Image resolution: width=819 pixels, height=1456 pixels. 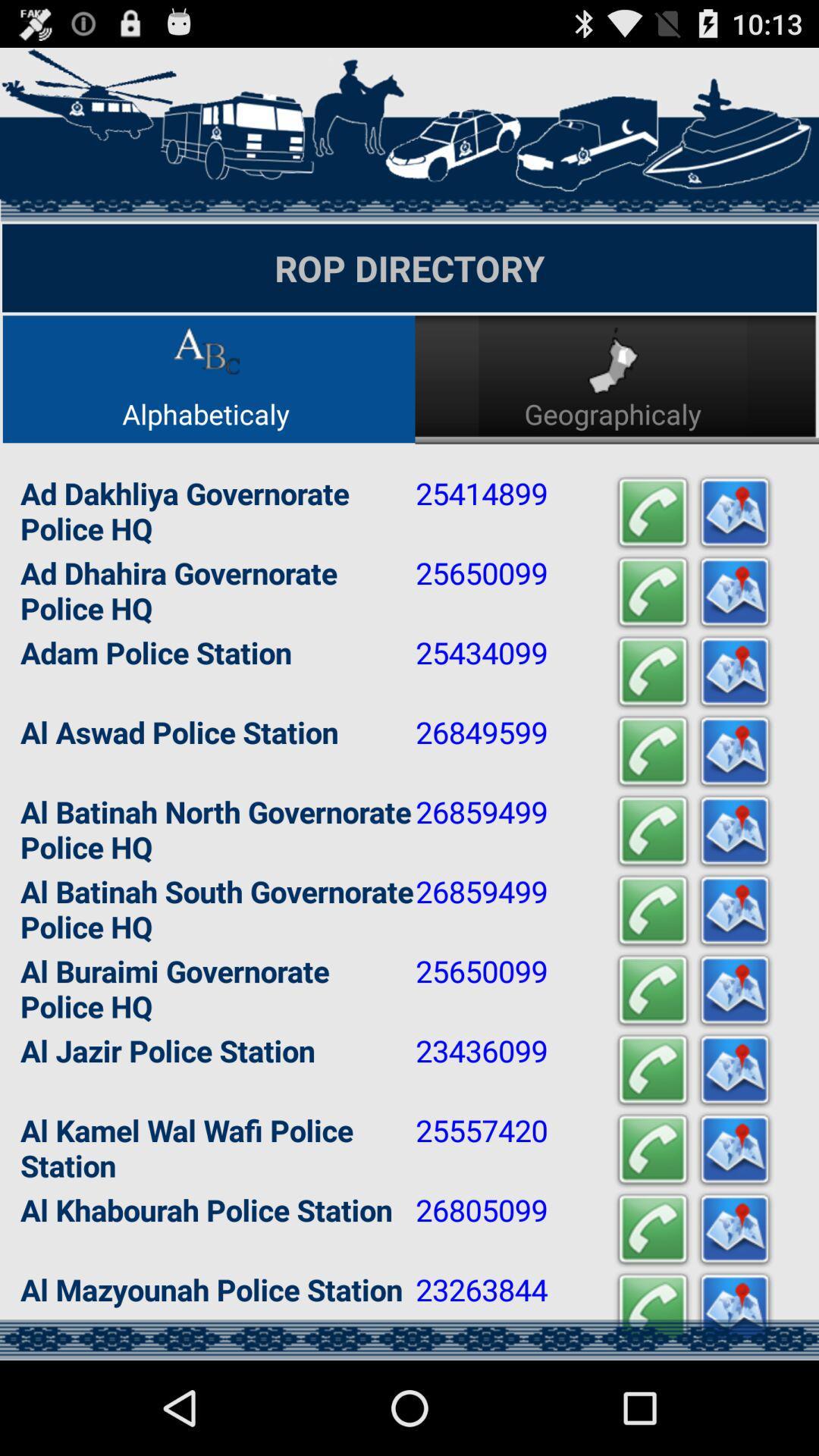 What do you see at coordinates (651, 1400) in the screenshot?
I see `the call icon` at bounding box center [651, 1400].